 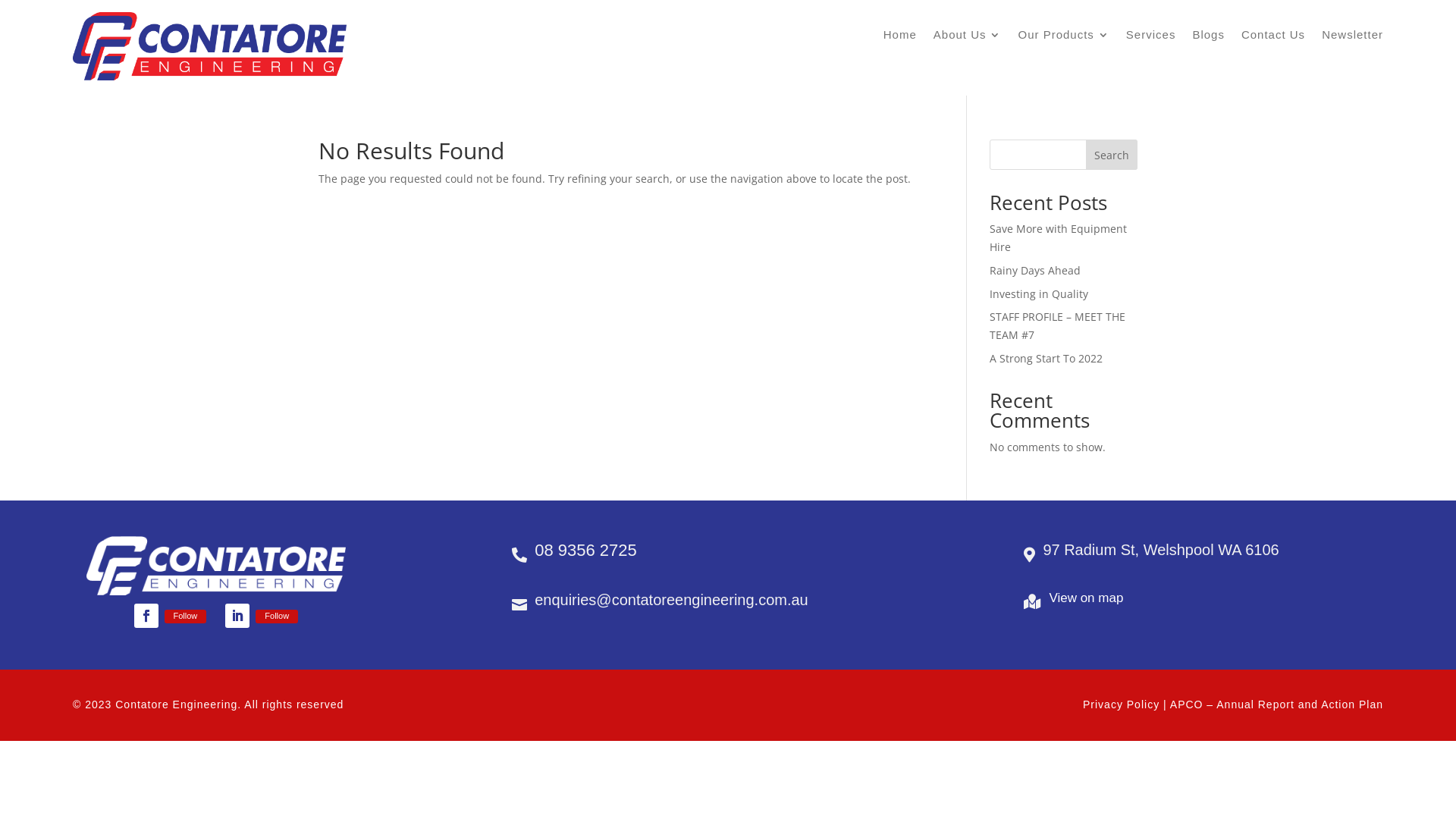 I want to click on 'Follow on Facebook', so click(x=146, y=616).